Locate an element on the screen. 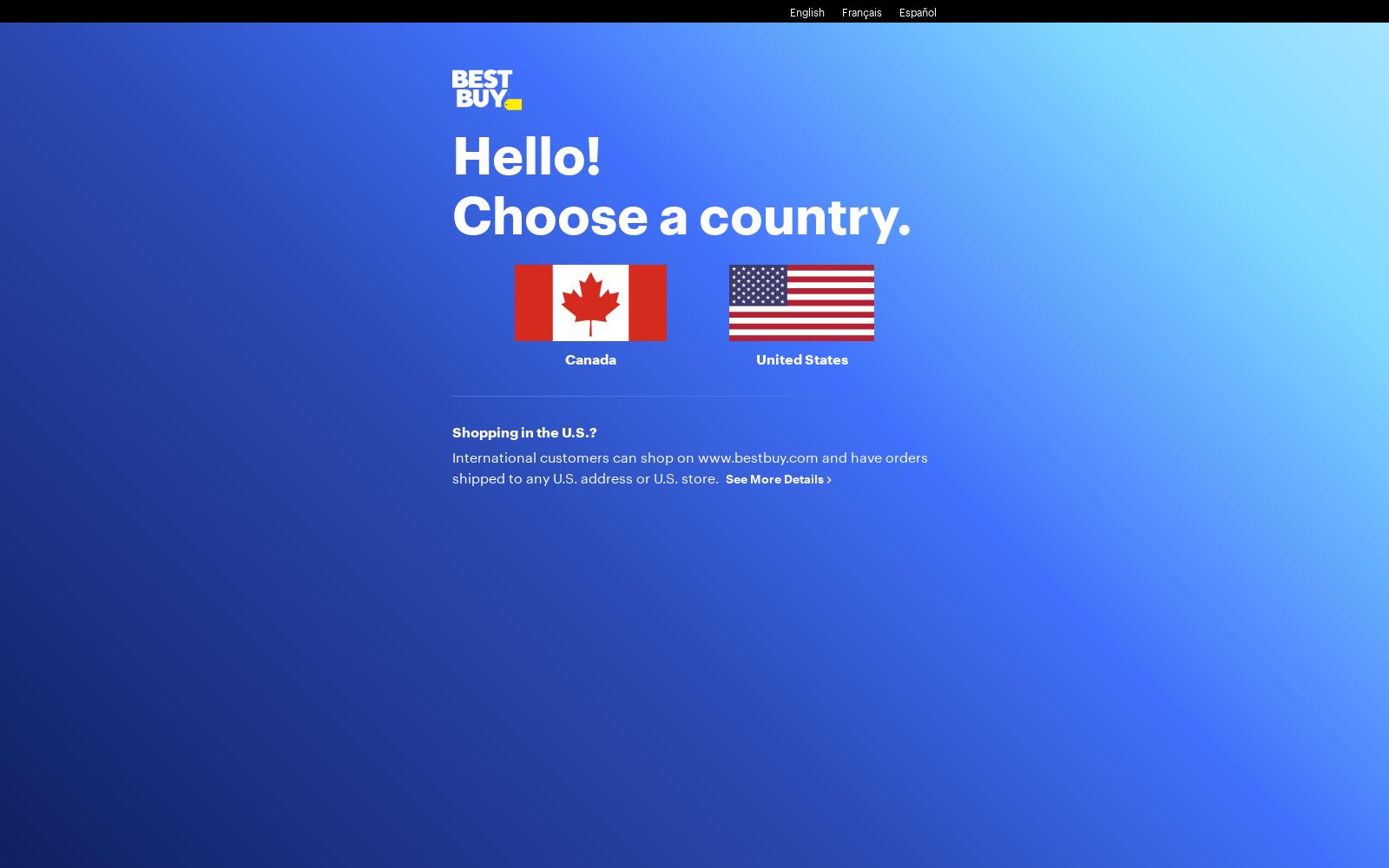 This screenshot has width=1389, height=868. 'Hello!' is located at coordinates (527, 154).